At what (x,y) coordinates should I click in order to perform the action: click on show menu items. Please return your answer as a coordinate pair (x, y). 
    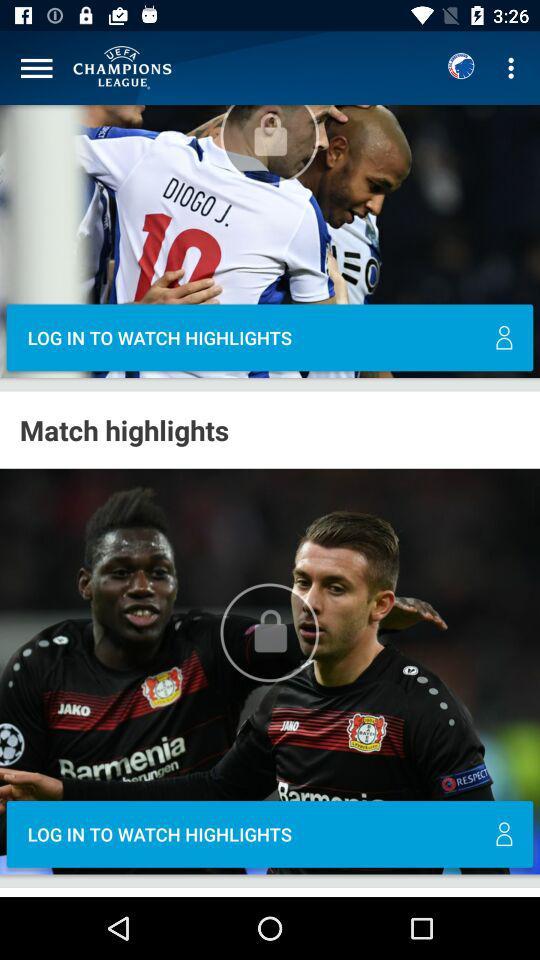
    Looking at the image, I should click on (36, 68).